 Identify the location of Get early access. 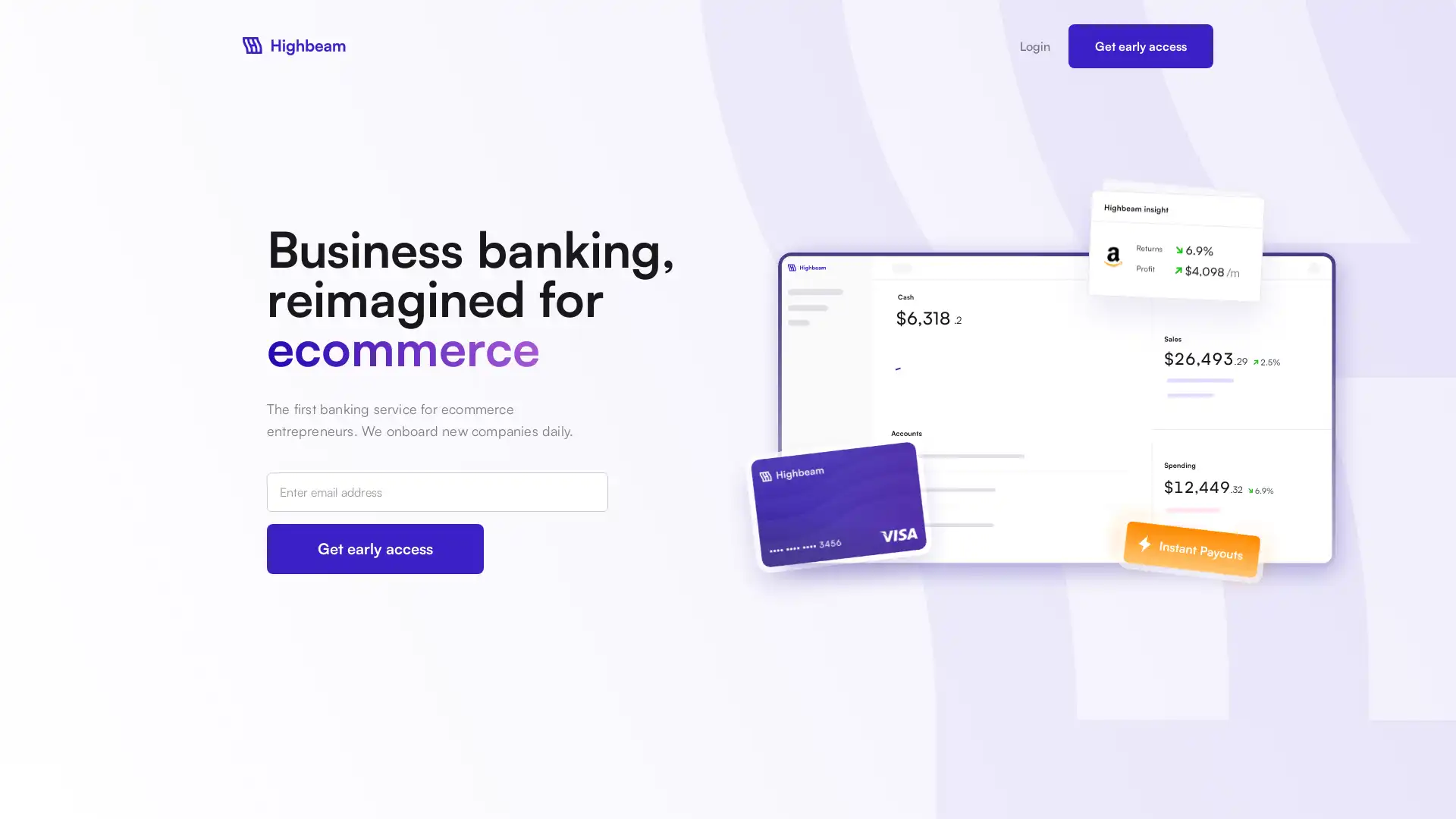
(375, 548).